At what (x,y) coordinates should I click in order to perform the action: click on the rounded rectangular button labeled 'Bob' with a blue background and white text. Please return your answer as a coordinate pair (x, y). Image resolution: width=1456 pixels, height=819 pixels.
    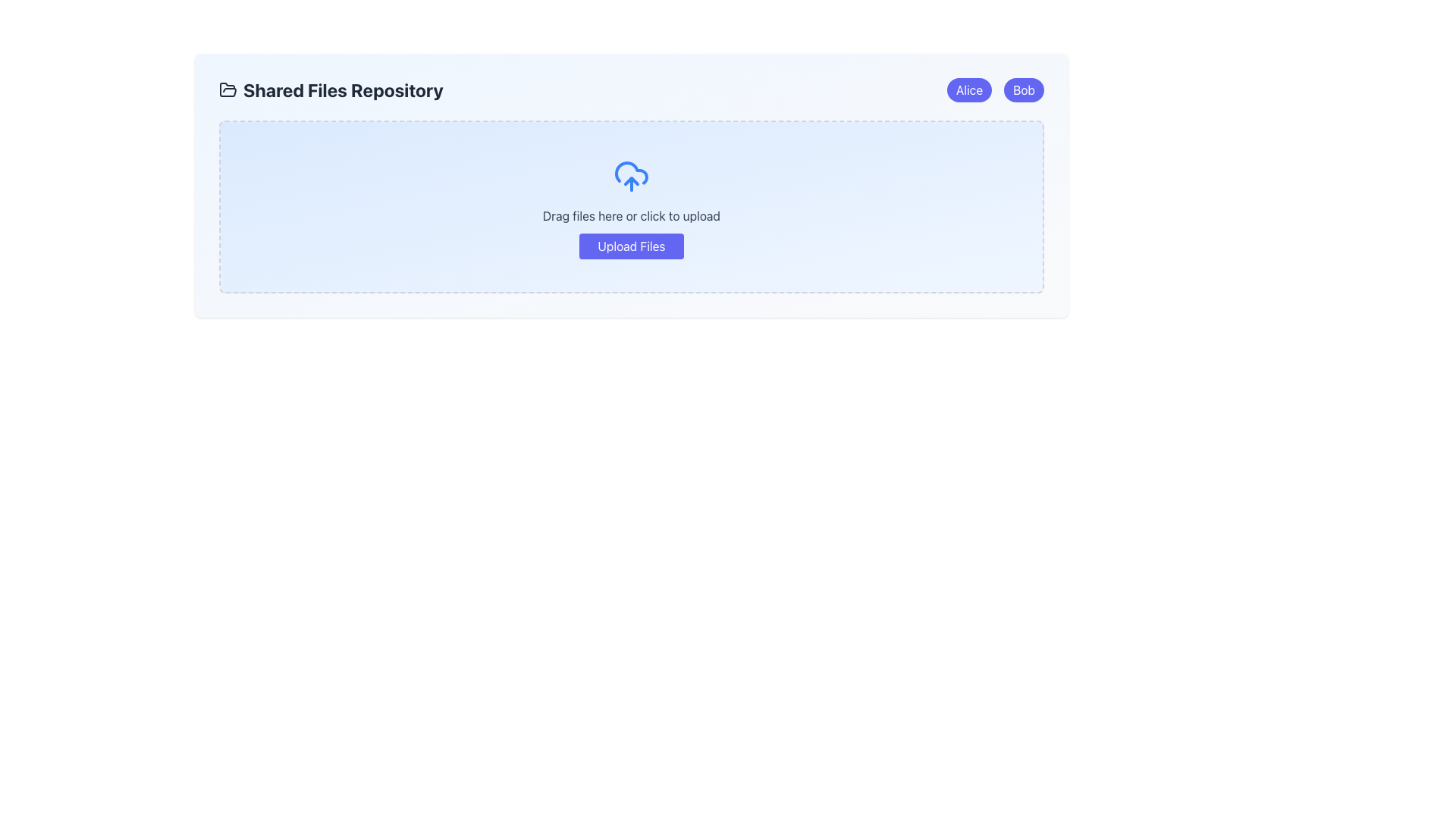
    Looking at the image, I should click on (1024, 90).